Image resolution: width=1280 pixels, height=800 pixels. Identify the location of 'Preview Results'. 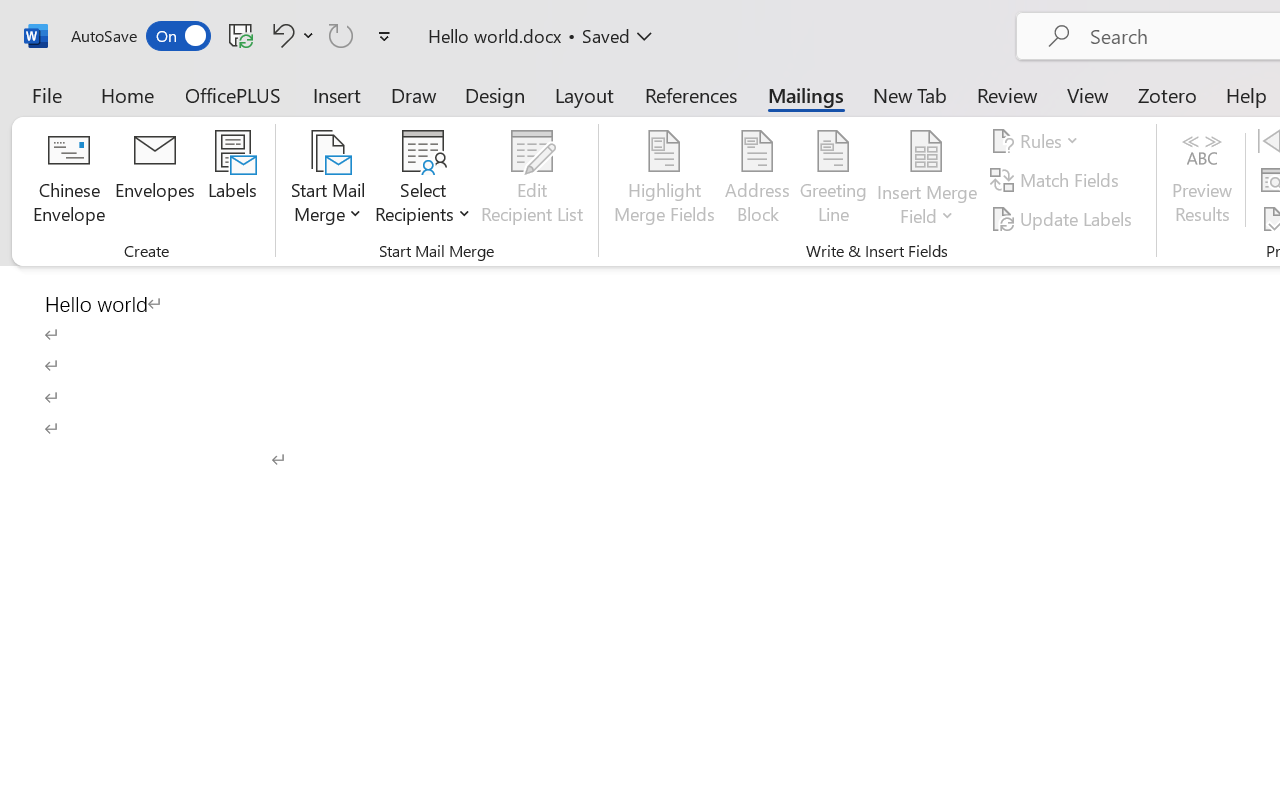
(1201, 179).